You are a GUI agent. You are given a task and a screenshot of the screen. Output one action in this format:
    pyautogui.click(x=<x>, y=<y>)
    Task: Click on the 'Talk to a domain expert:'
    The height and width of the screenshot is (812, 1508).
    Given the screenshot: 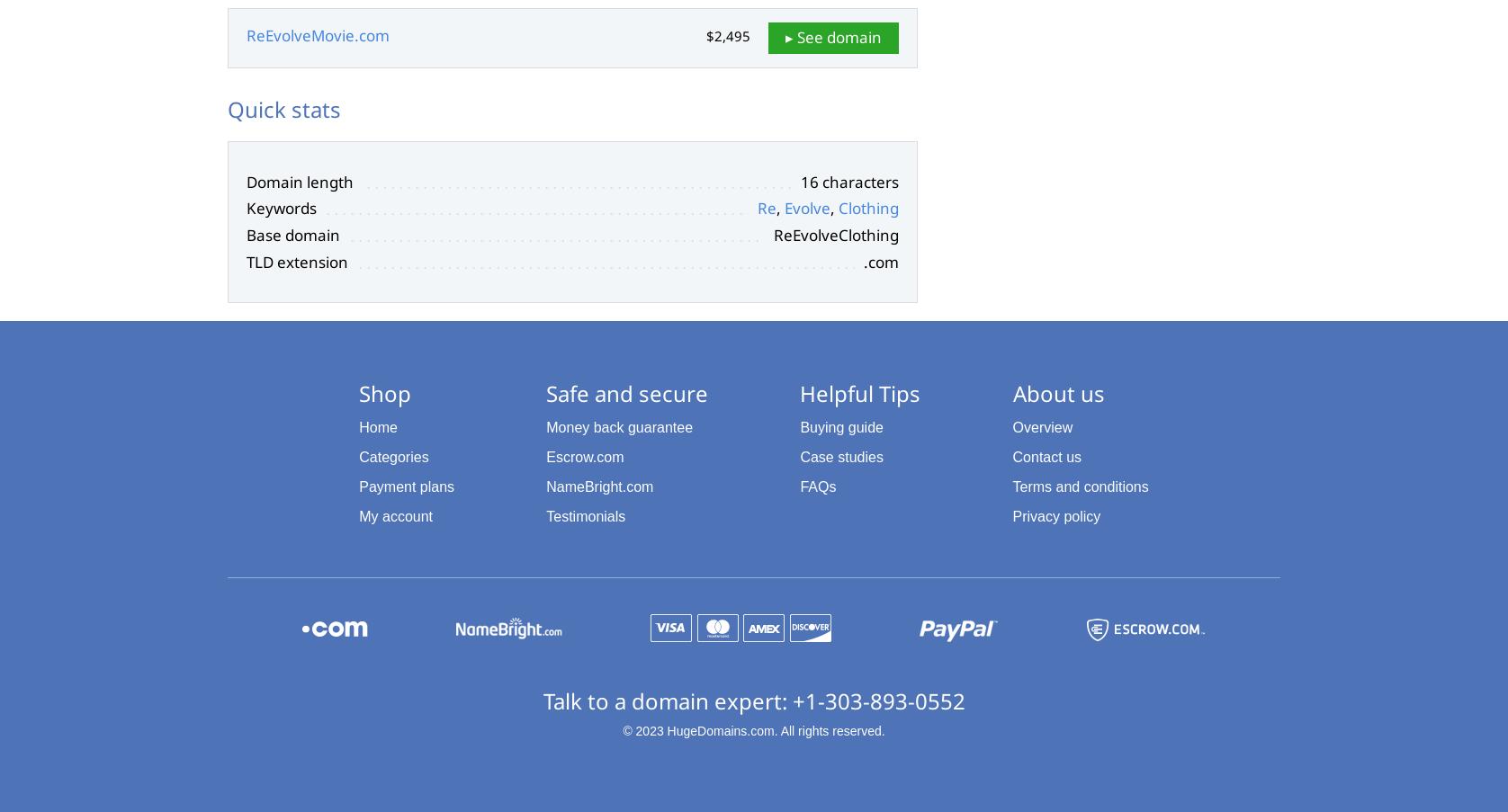 What is the action you would take?
    pyautogui.click(x=543, y=700)
    